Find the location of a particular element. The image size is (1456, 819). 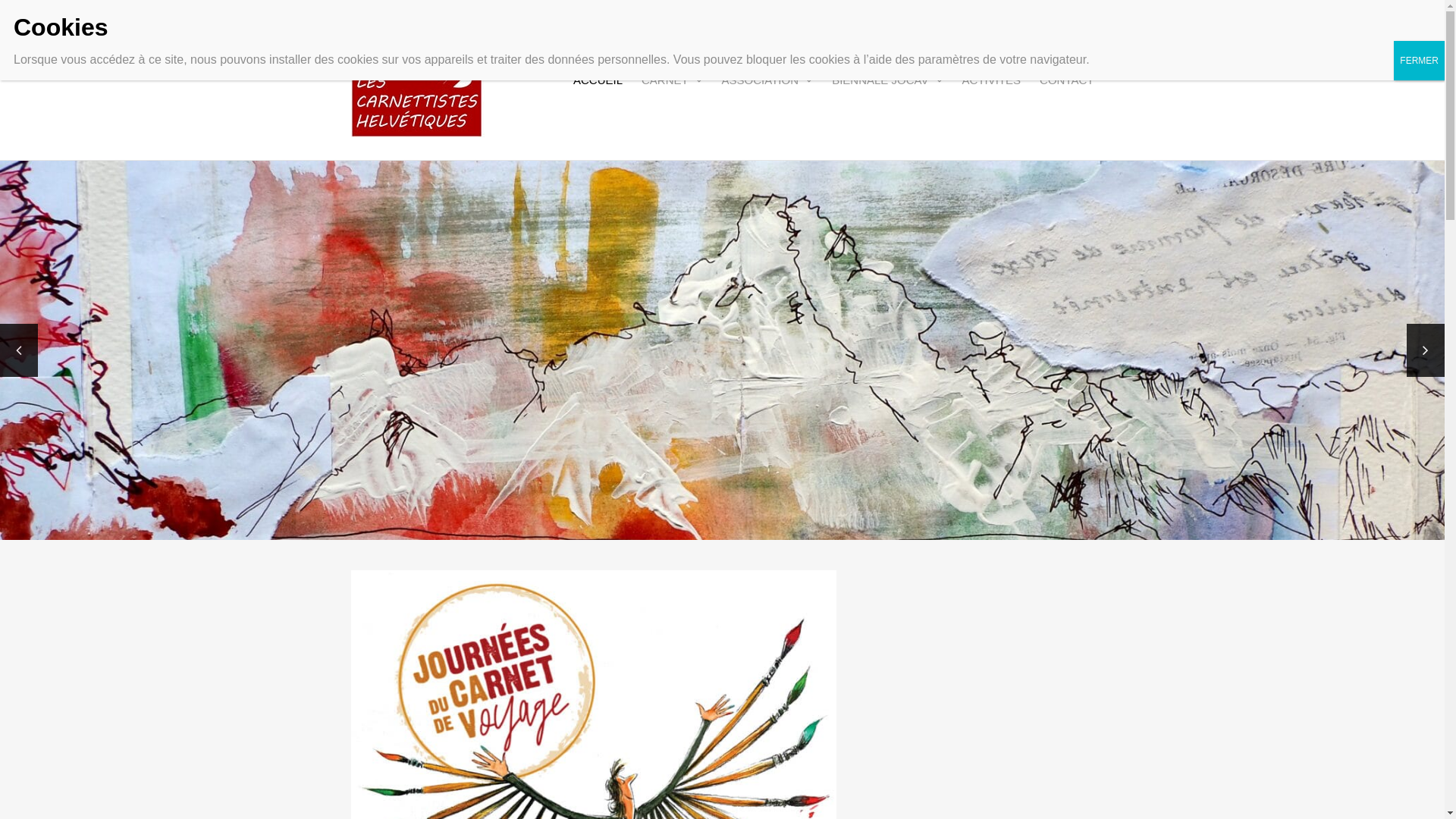

'CONTACT' is located at coordinates (1065, 80).